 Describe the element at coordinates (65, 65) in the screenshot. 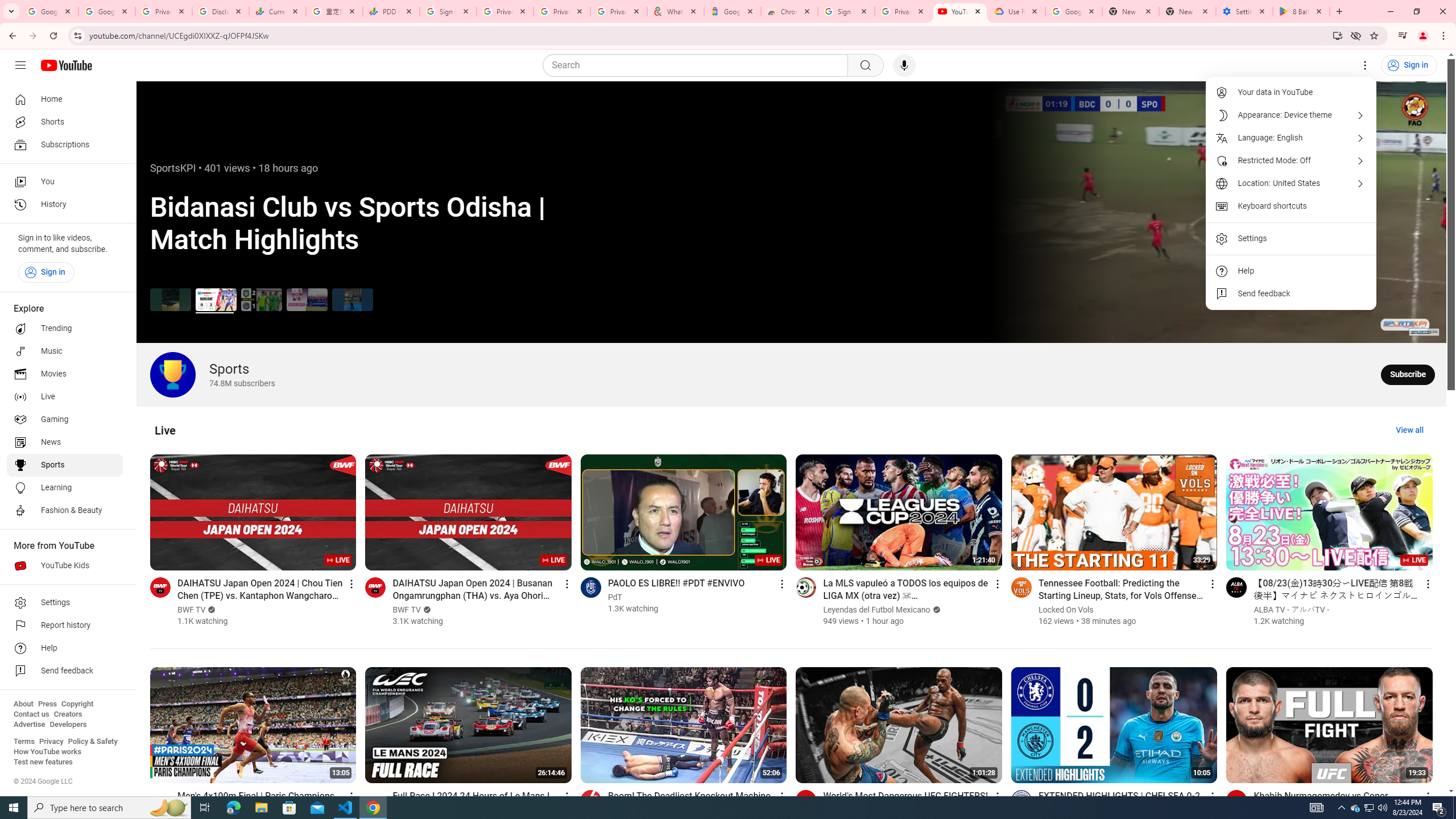

I see `'YouTube Home'` at that location.